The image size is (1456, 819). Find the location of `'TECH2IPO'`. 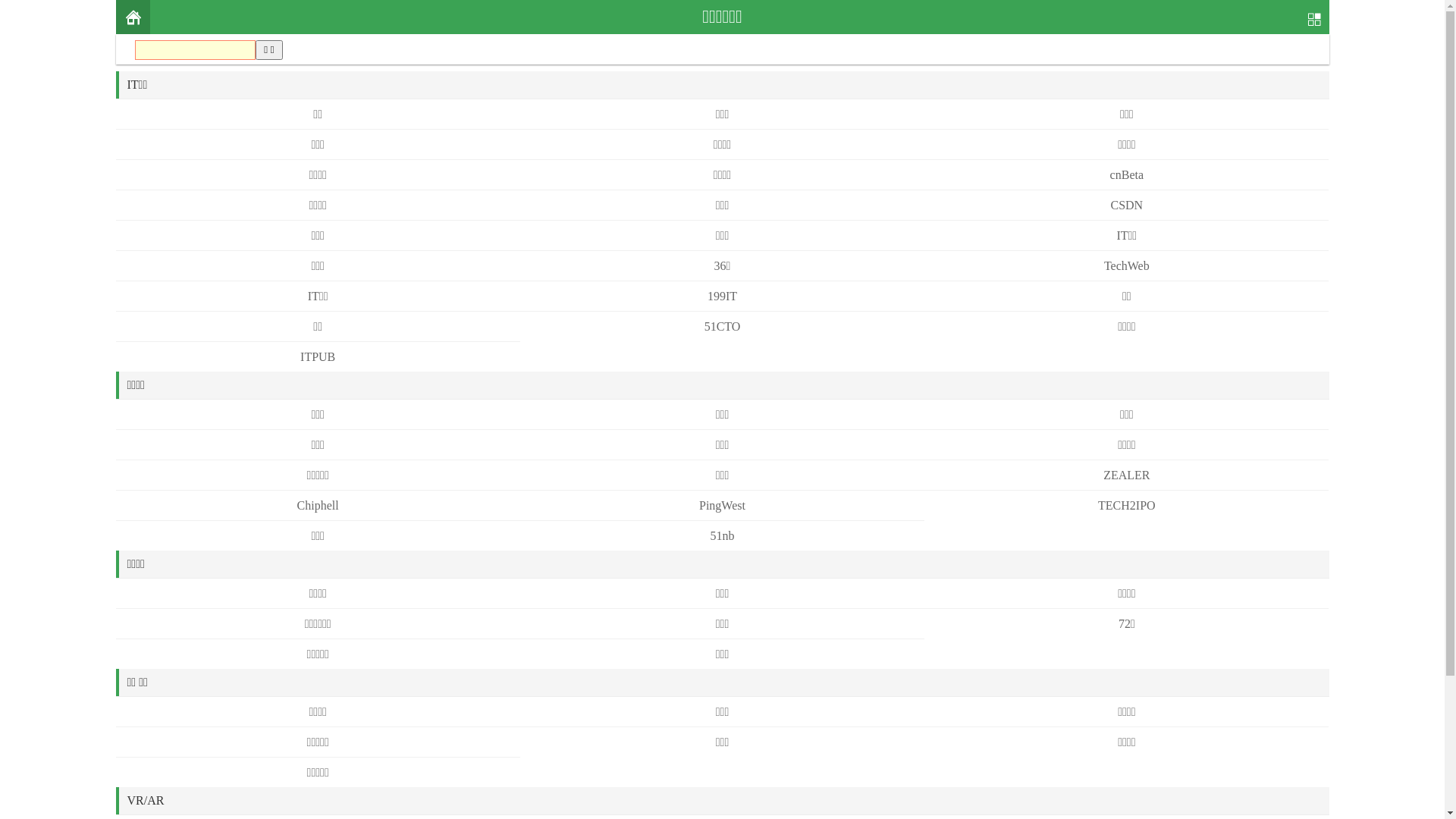

'TECH2IPO' is located at coordinates (1127, 505).